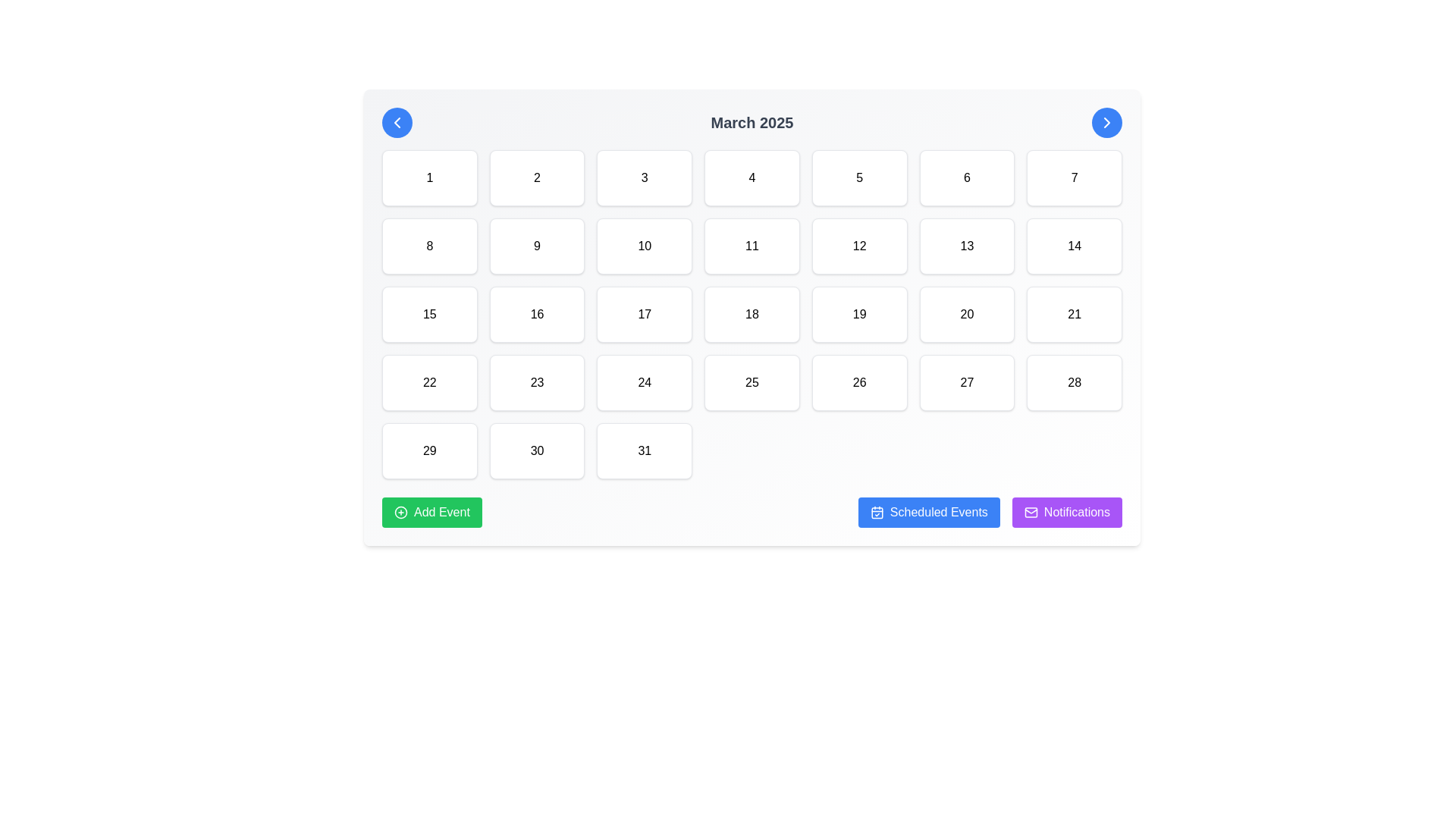  Describe the element at coordinates (752, 245) in the screenshot. I see `the Calendar day cell displaying the number '11' in the March 2025 calendar grid, located in the second row and fourth column` at that location.